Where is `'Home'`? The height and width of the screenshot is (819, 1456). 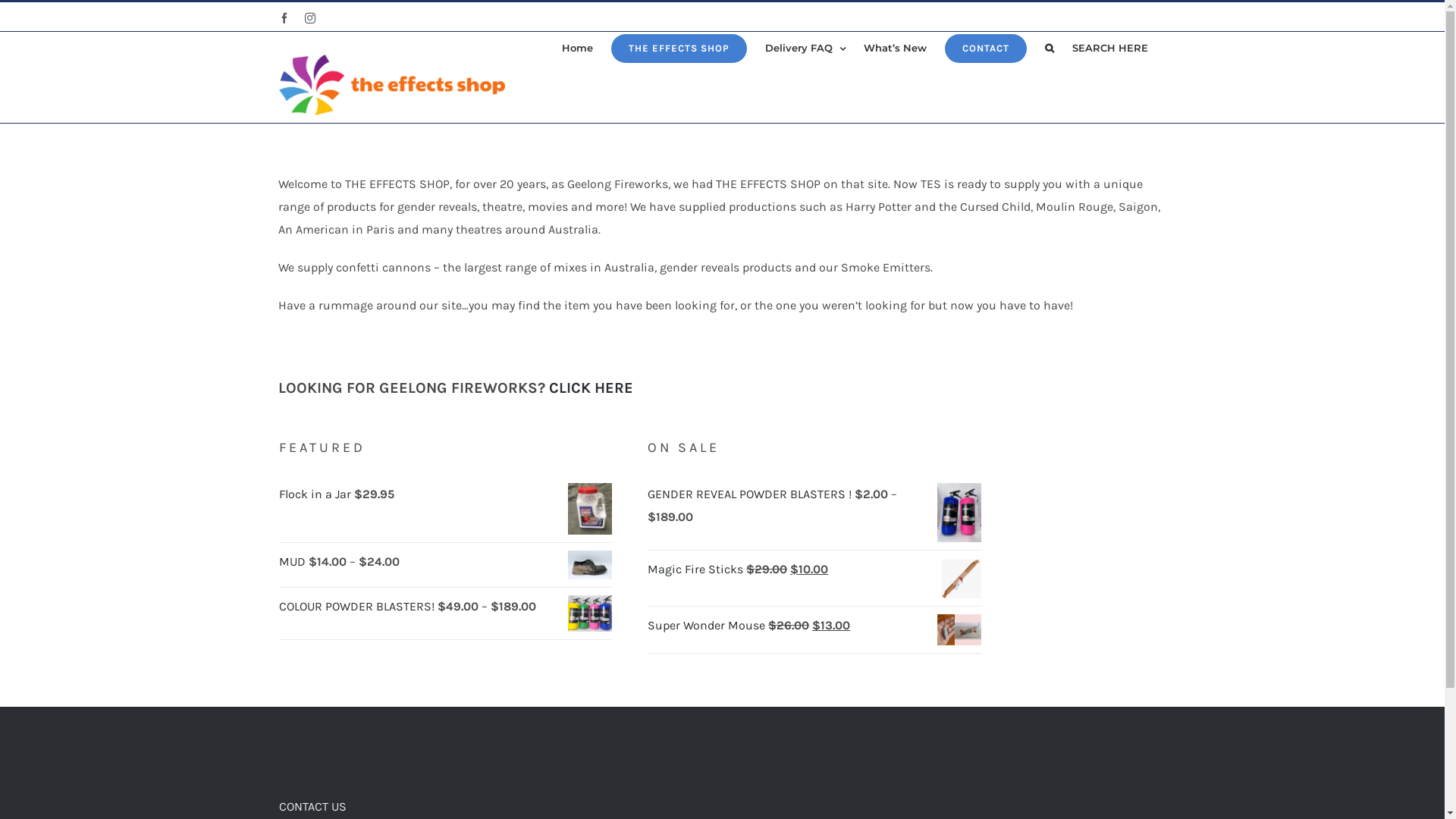
'Home' is located at coordinates (576, 47).